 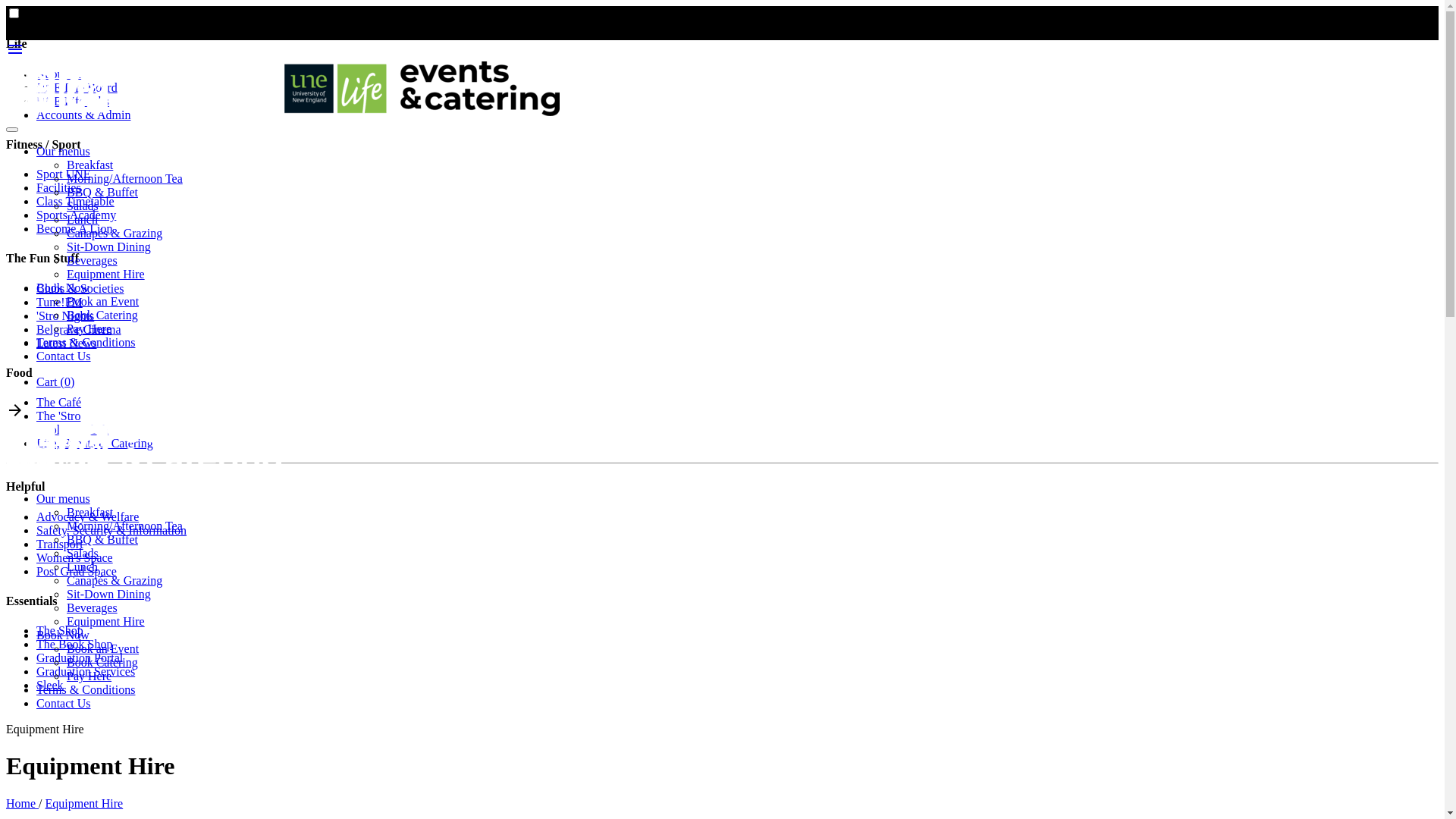 What do you see at coordinates (79, 288) in the screenshot?
I see `'Clubs & Societies'` at bounding box center [79, 288].